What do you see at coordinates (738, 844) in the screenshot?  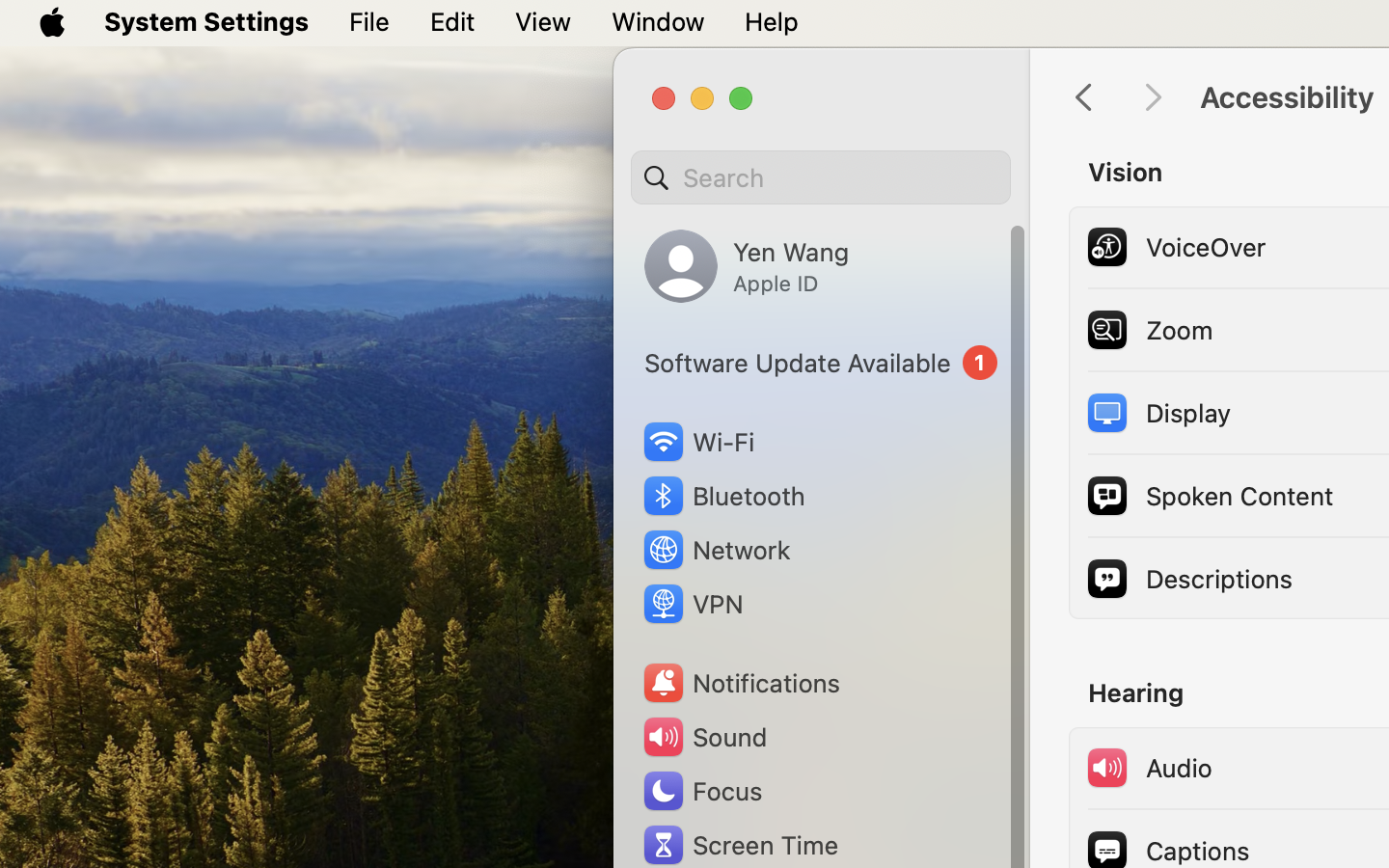 I see `'Screen Time'` at bounding box center [738, 844].